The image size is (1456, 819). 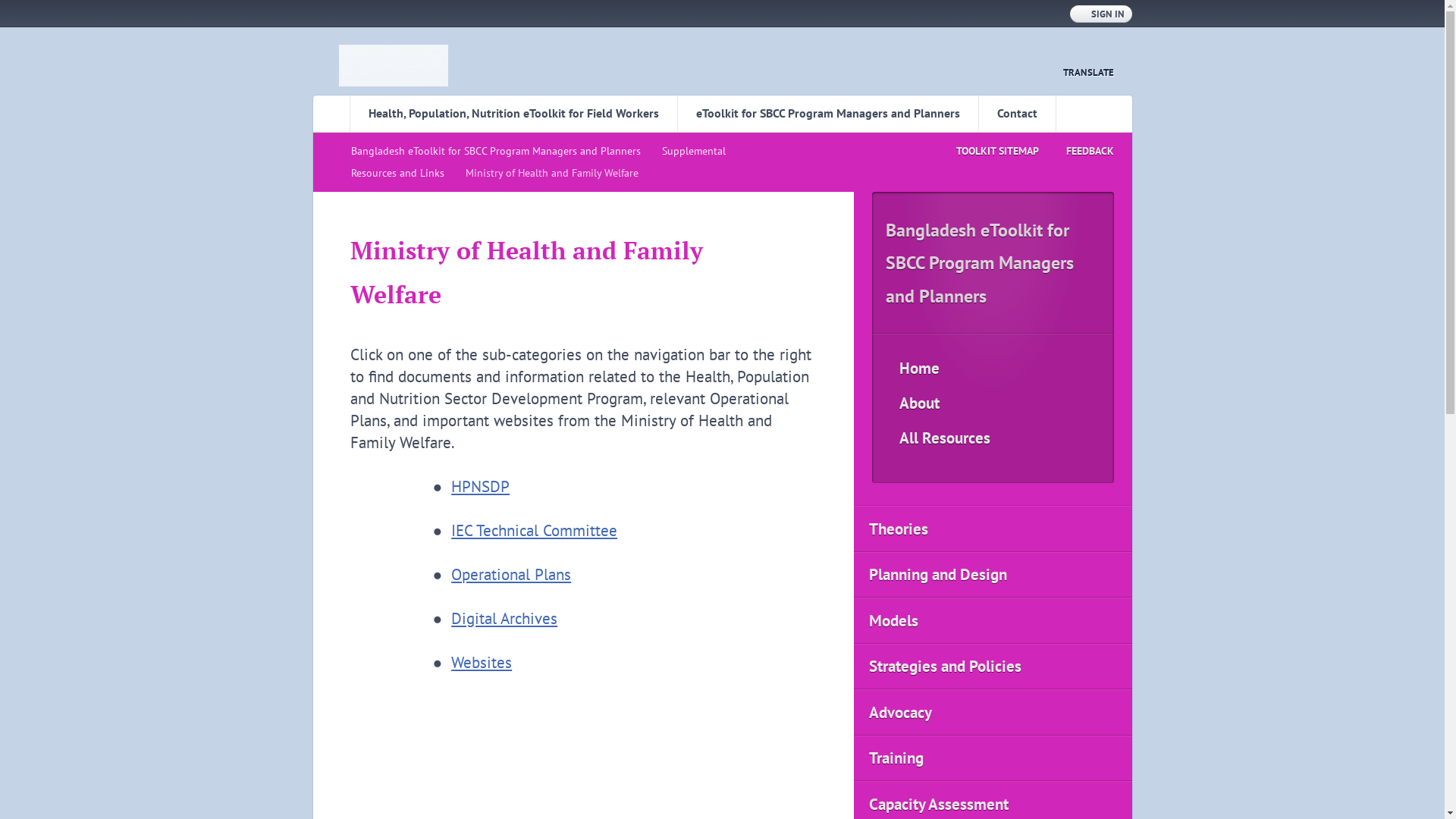 What do you see at coordinates (534, 529) in the screenshot?
I see `'IEC Technical Committee'` at bounding box center [534, 529].